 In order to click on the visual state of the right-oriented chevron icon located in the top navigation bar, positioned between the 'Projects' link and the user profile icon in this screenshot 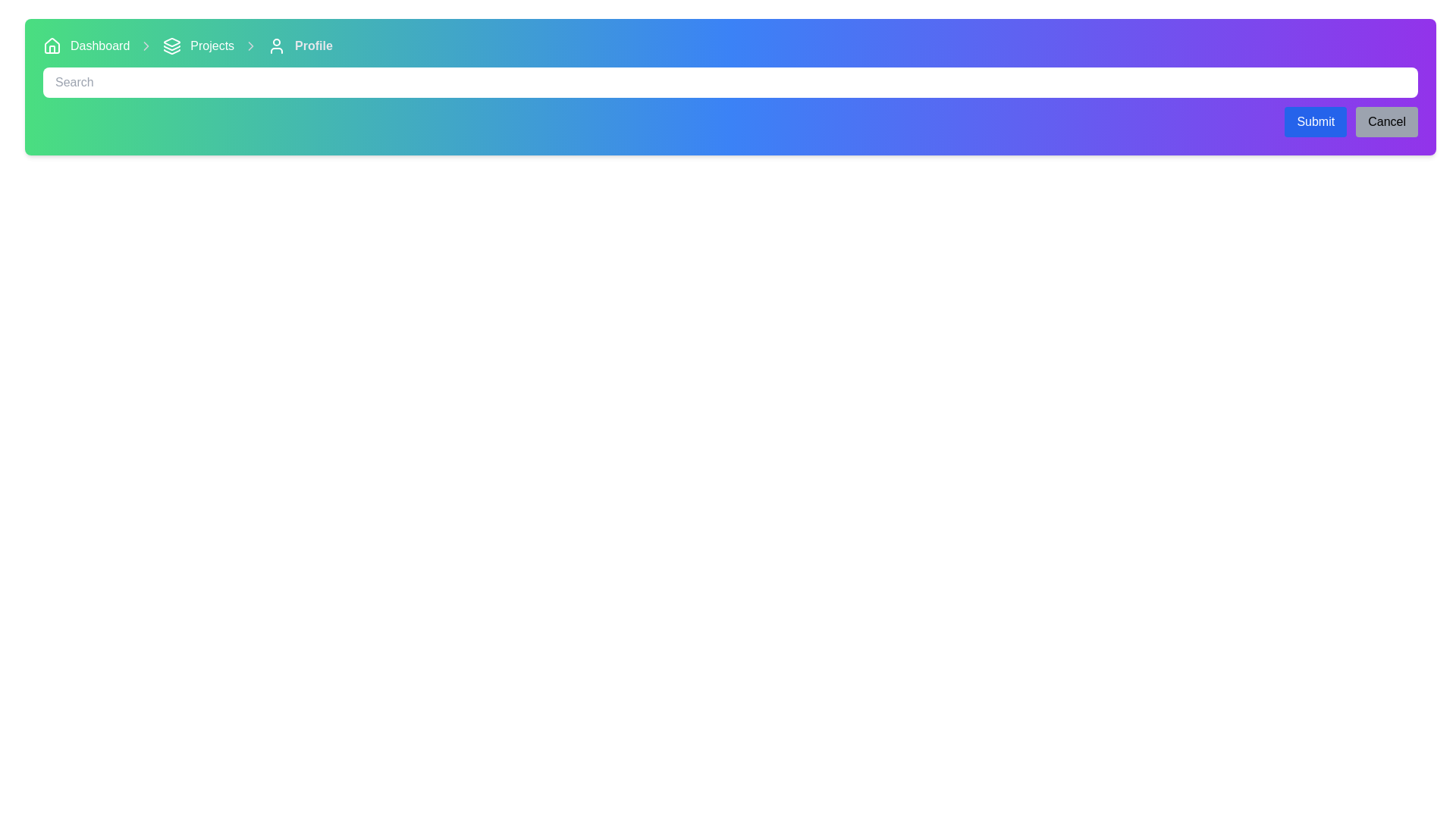, I will do `click(251, 45)`.